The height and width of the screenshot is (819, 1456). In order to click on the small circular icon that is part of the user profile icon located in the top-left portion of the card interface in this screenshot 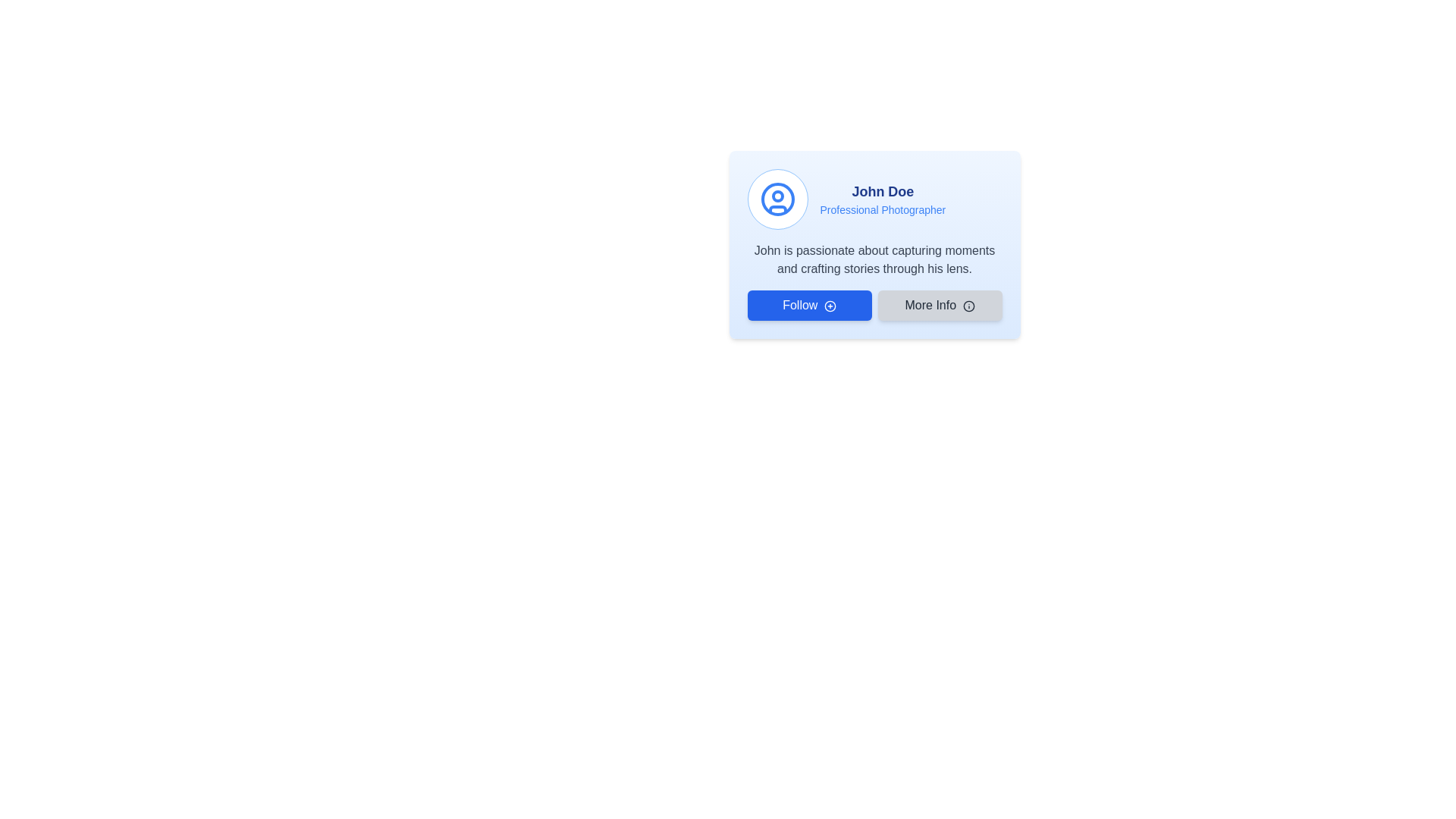, I will do `click(777, 195)`.